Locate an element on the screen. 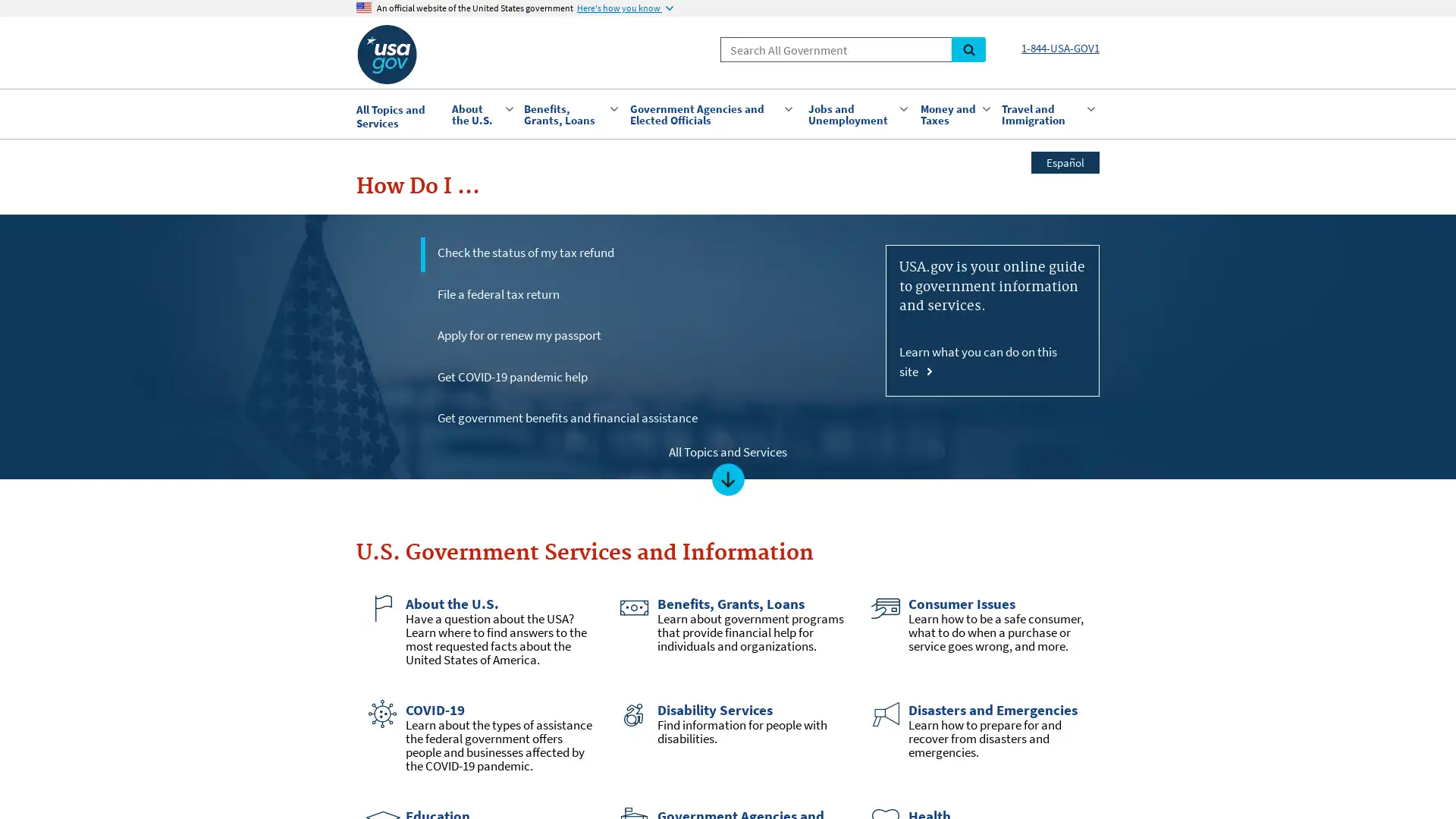  Benefits, Grants, Loans is located at coordinates (568, 113).